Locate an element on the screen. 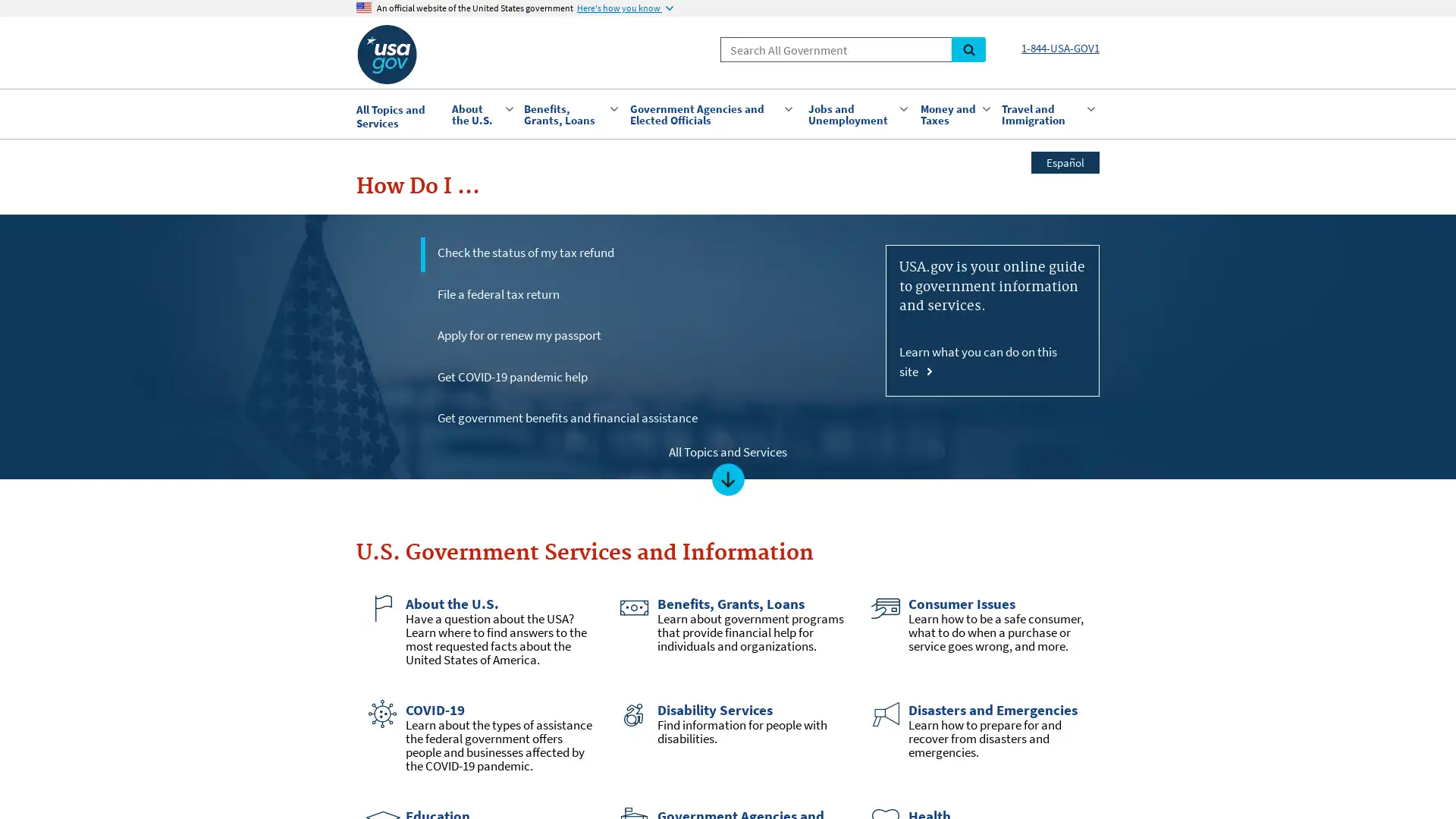  Benefits, Grants, Loans is located at coordinates (568, 113).